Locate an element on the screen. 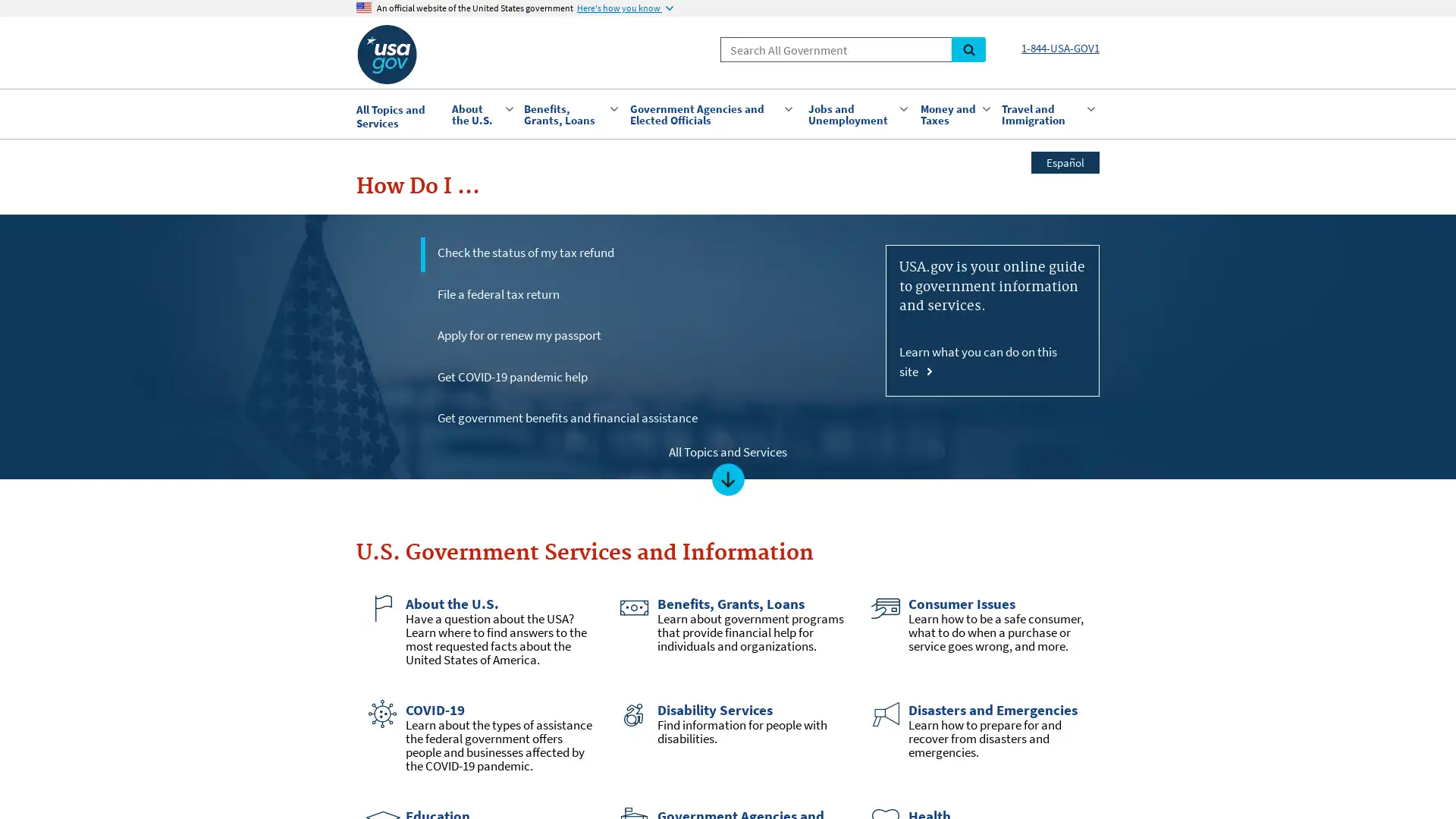  Benefits, Grants, Loans is located at coordinates (568, 113).